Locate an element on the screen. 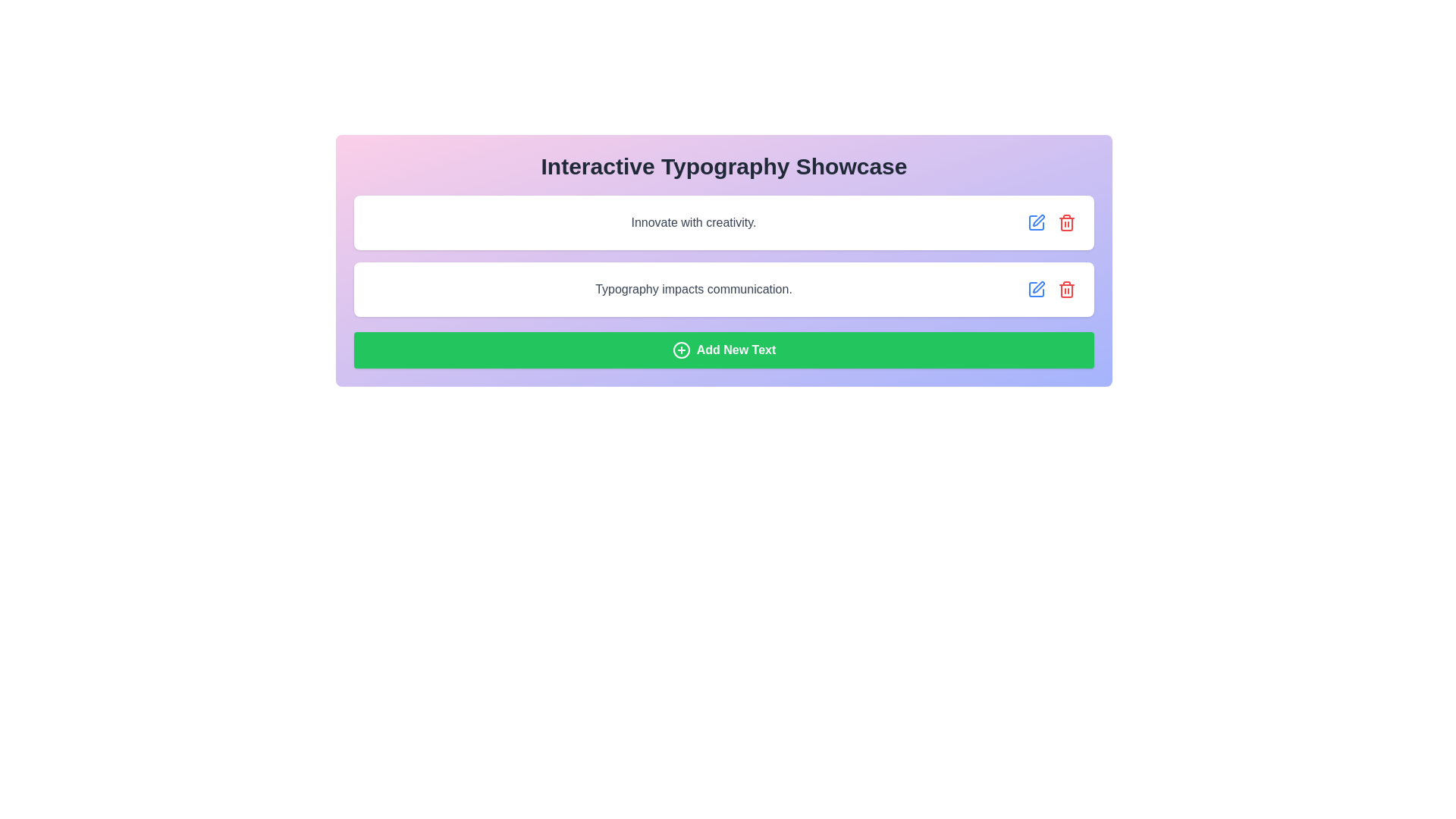 This screenshot has width=1456, height=819. the static text label displaying 'Typography impacts communication' located within a white box with rounded corners and shadow effect, positioned at the center of the interface is located at coordinates (693, 289).